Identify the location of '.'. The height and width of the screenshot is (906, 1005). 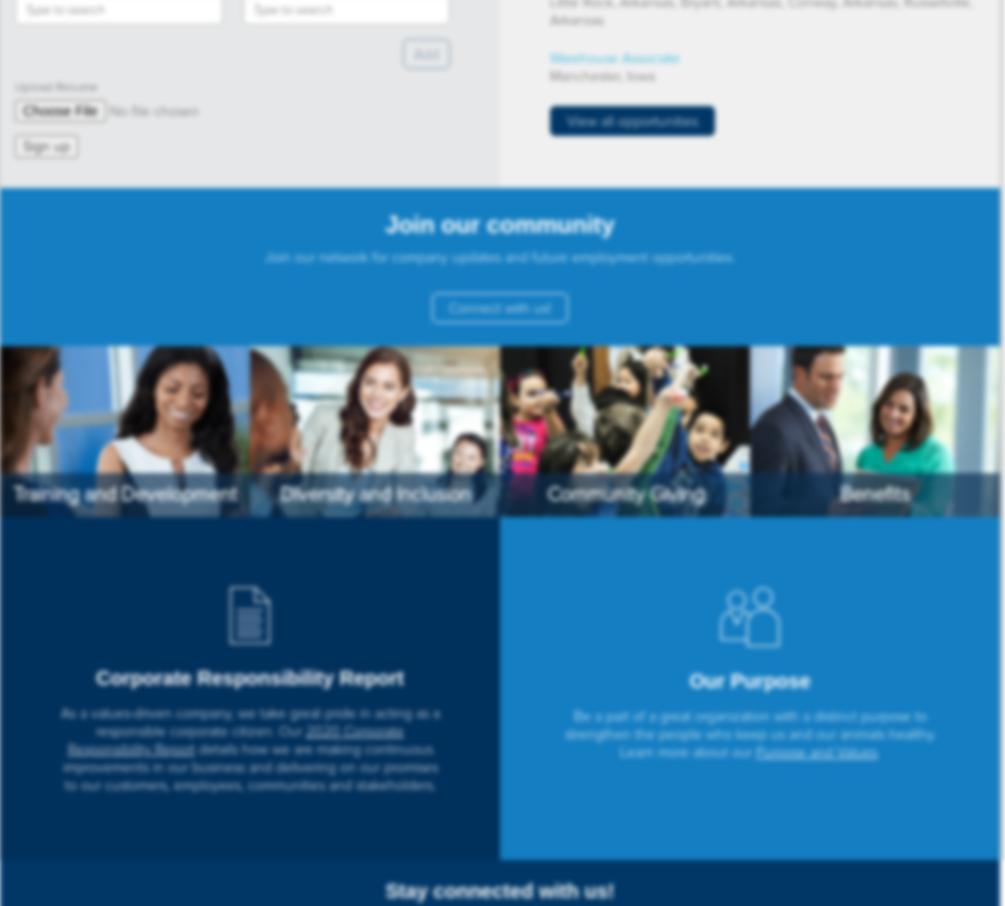
(877, 751).